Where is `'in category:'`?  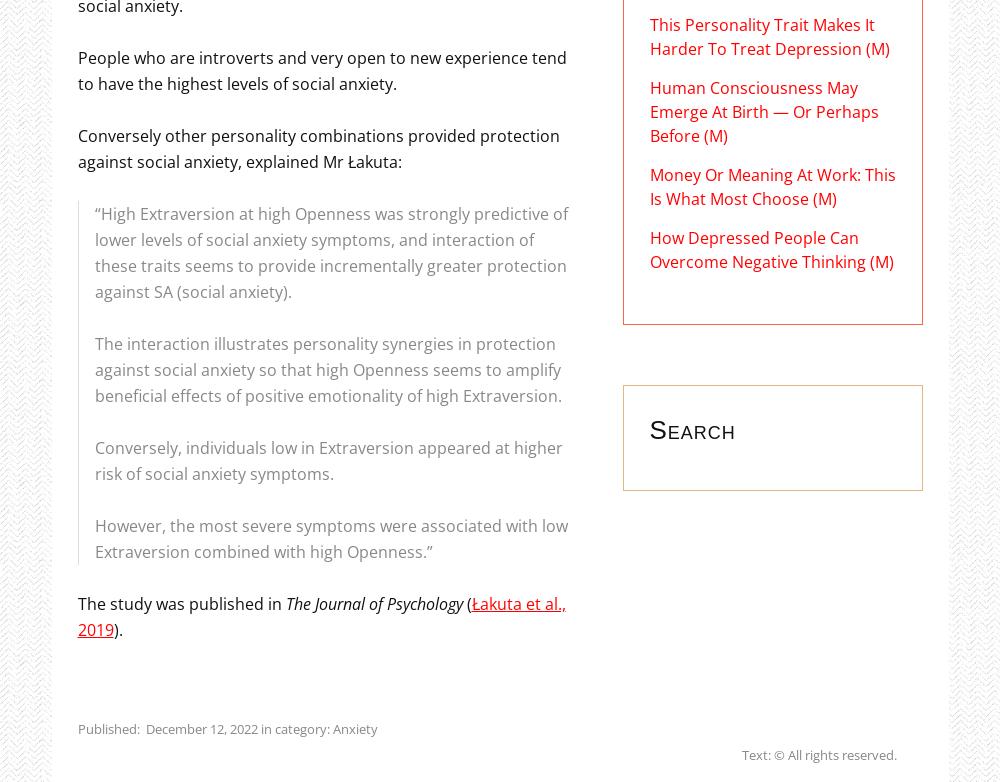 'in category:' is located at coordinates (294, 726).